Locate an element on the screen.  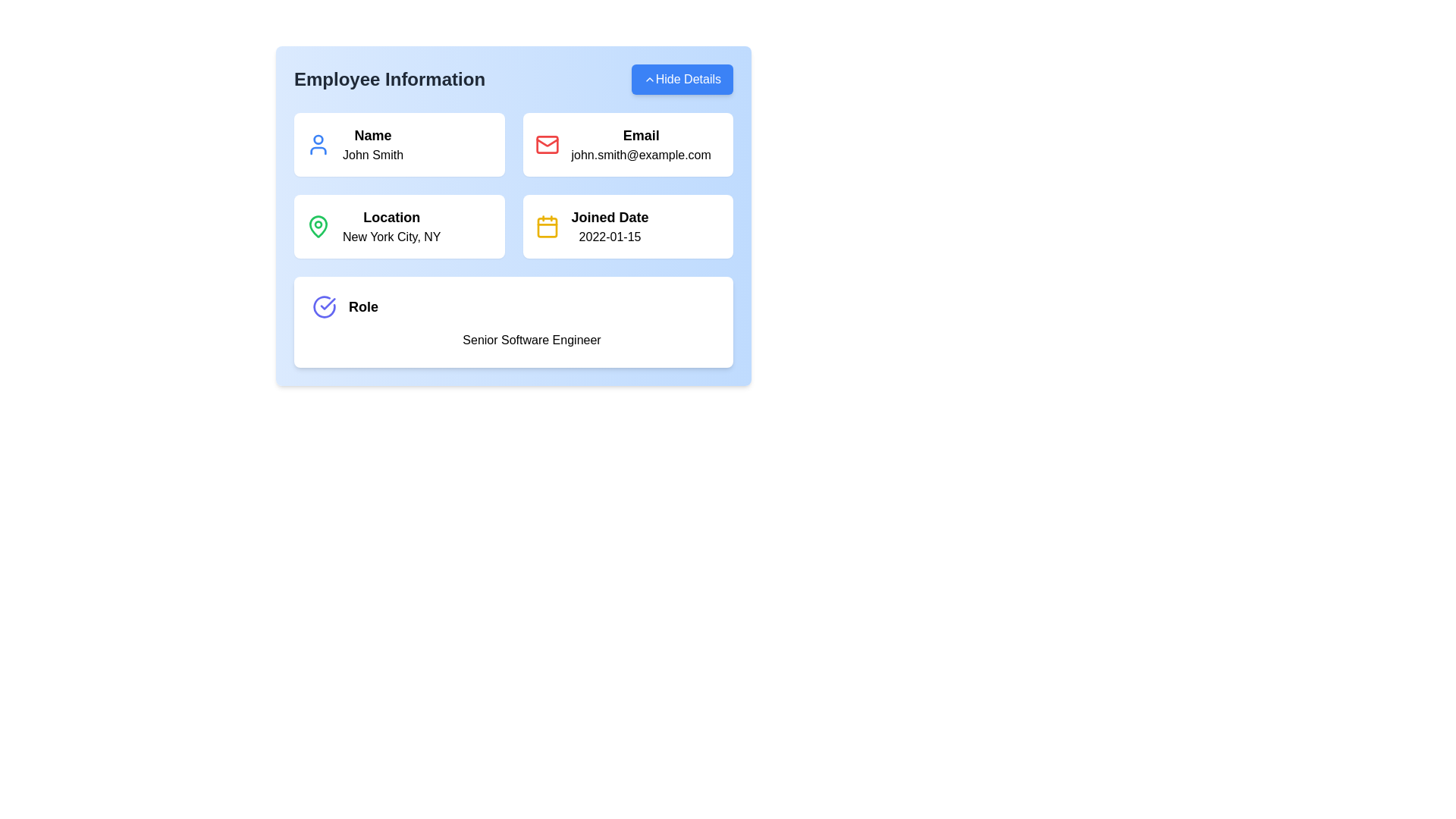
the chevron icon in the 'Hide Details' button located at the top-right corner of the 'Employee Information' card is located at coordinates (649, 79).